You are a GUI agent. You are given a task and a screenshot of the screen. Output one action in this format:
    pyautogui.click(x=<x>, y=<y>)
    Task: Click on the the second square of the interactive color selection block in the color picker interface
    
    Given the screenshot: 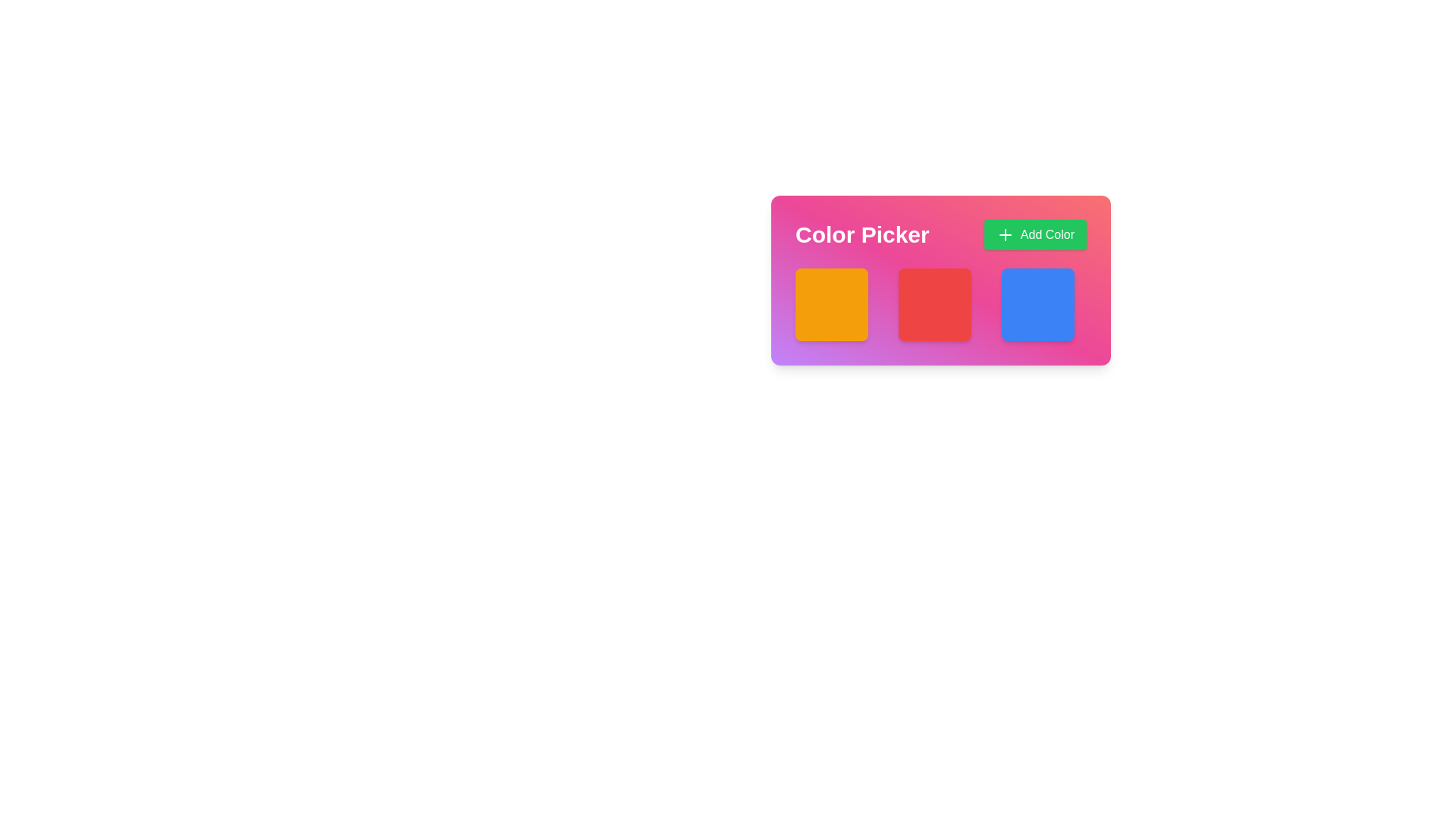 What is the action you would take?
    pyautogui.click(x=940, y=304)
    